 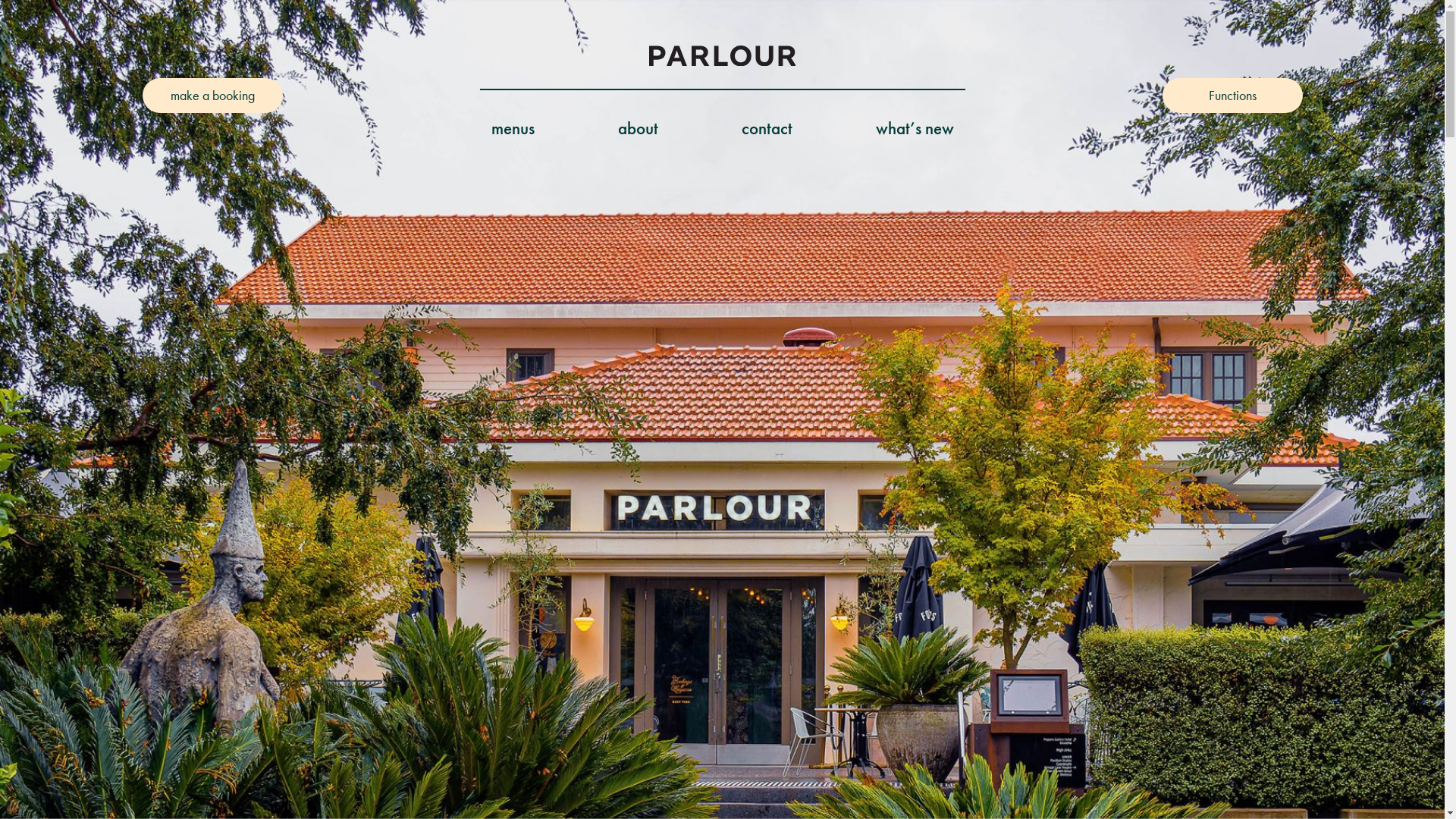 What do you see at coordinates (212, 96) in the screenshot?
I see `'make a booking'` at bounding box center [212, 96].